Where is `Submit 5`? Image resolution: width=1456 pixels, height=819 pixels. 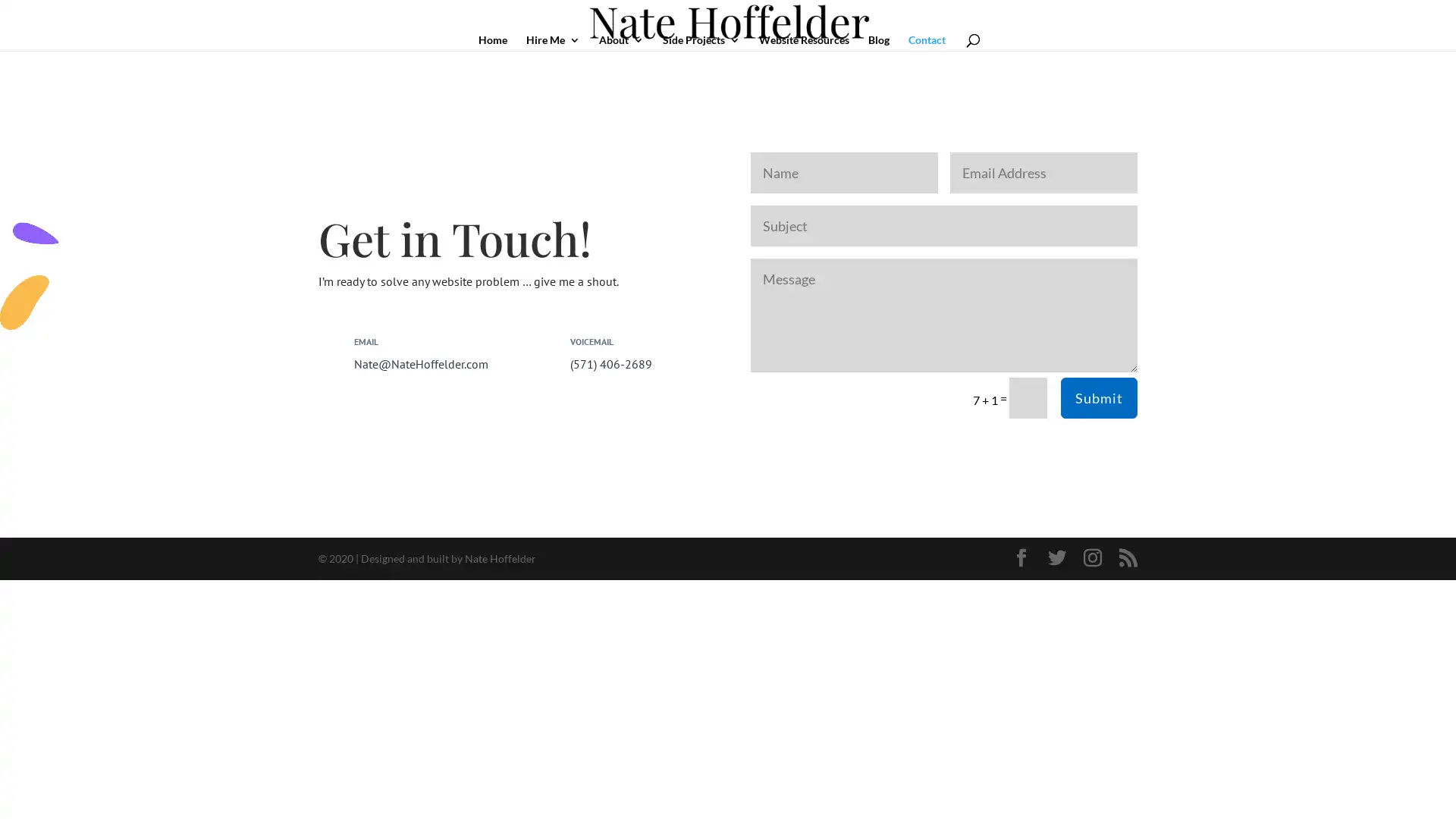
Submit 5 is located at coordinates (1098, 397).